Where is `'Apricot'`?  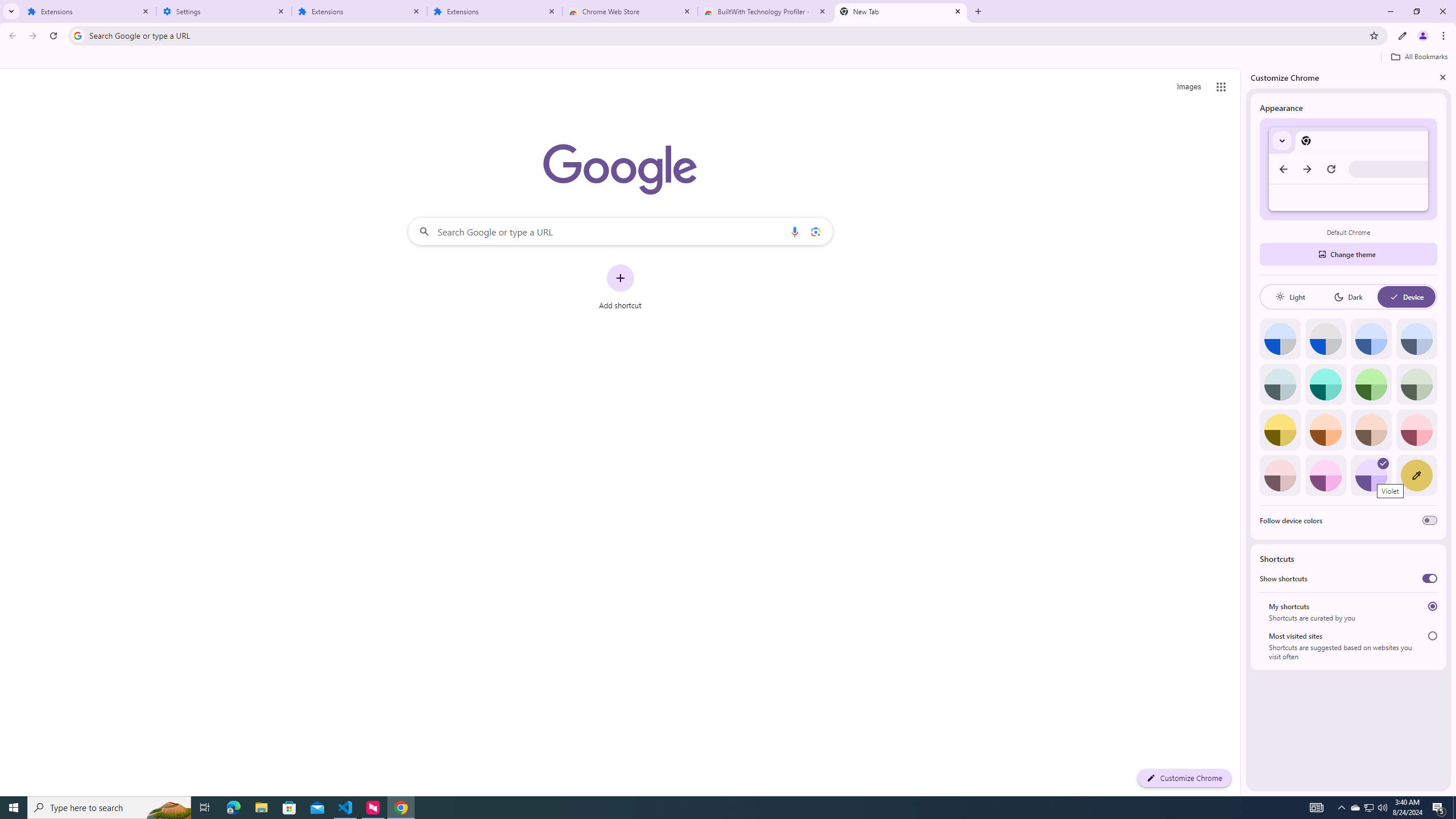 'Apricot' is located at coordinates (1371, 429).